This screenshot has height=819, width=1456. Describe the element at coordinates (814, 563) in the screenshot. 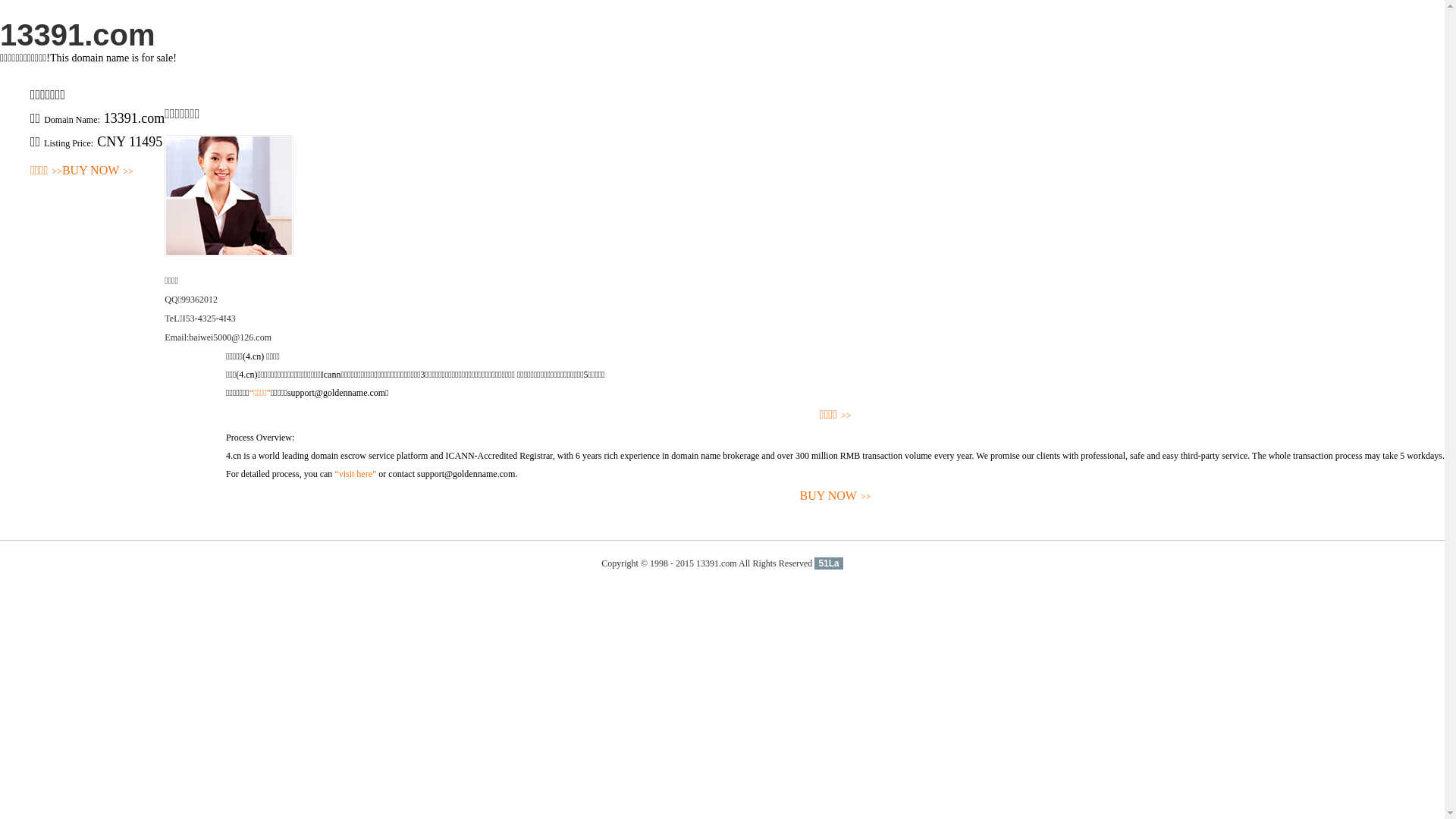

I see `'51La'` at that location.